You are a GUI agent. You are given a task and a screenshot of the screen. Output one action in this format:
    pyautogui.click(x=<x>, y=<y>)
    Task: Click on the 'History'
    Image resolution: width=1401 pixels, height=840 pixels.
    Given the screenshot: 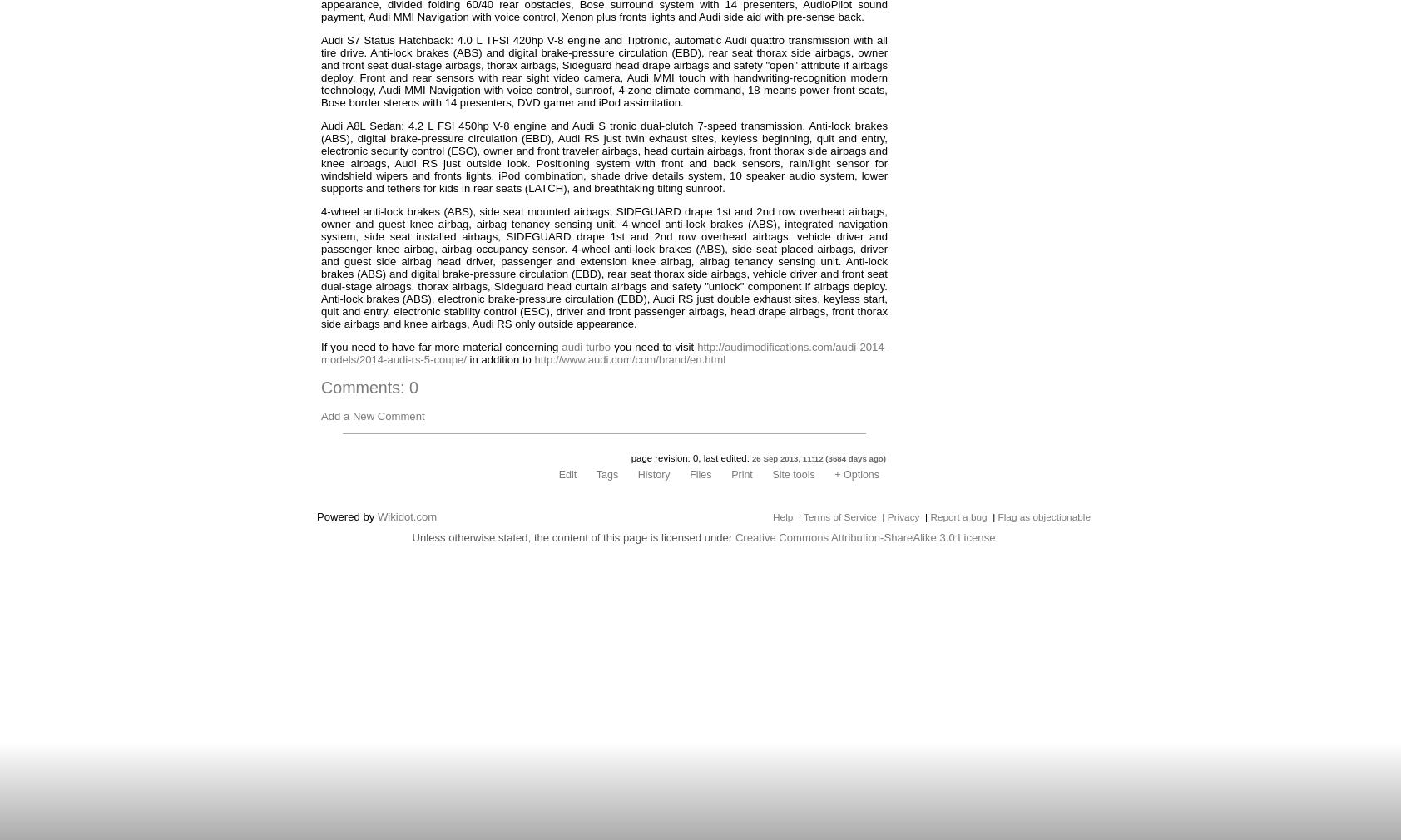 What is the action you would take?
    pyautogui.click(x=653, y=473)
    